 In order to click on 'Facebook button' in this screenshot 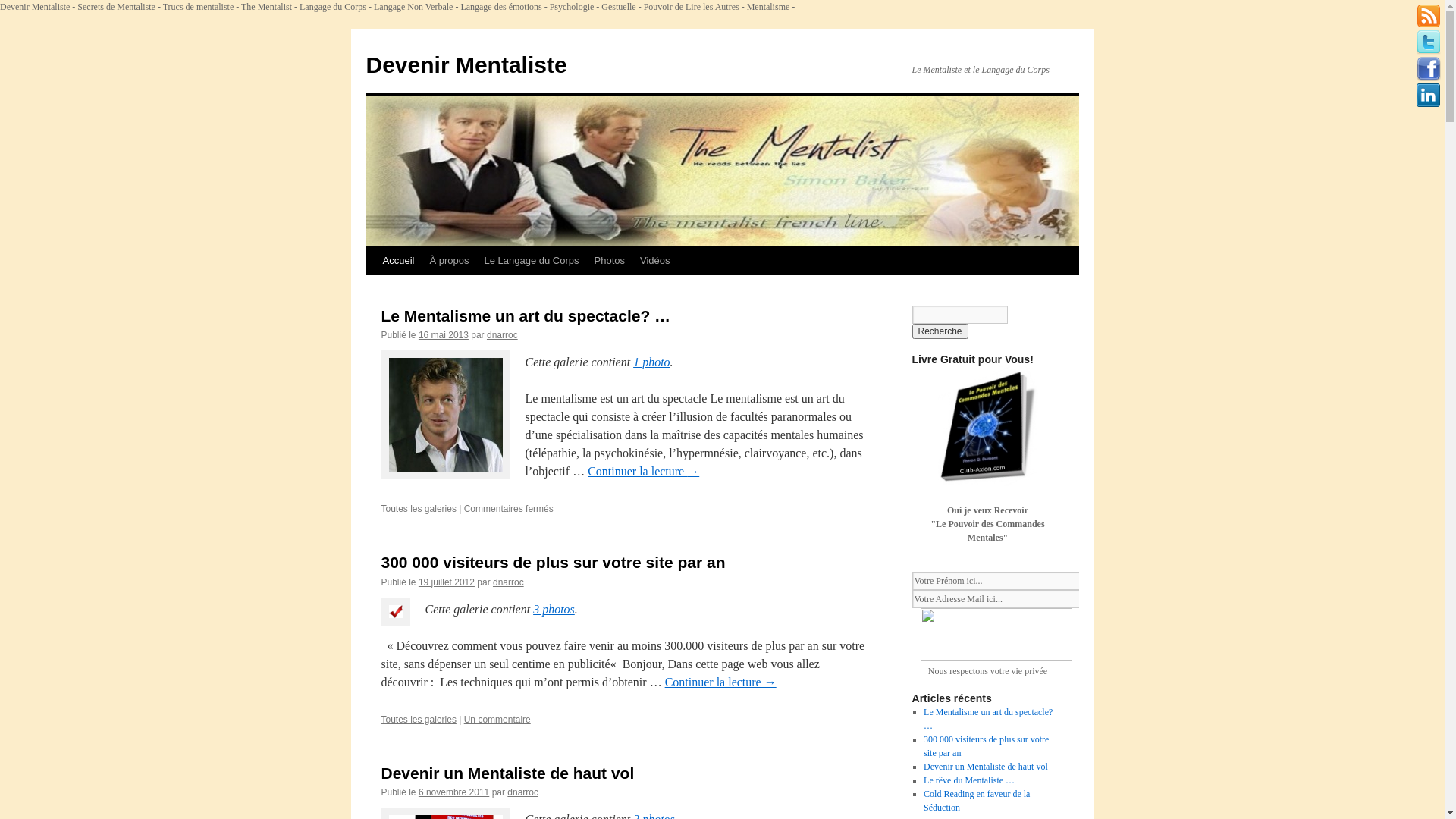, I will do `click(1427, 69)`.